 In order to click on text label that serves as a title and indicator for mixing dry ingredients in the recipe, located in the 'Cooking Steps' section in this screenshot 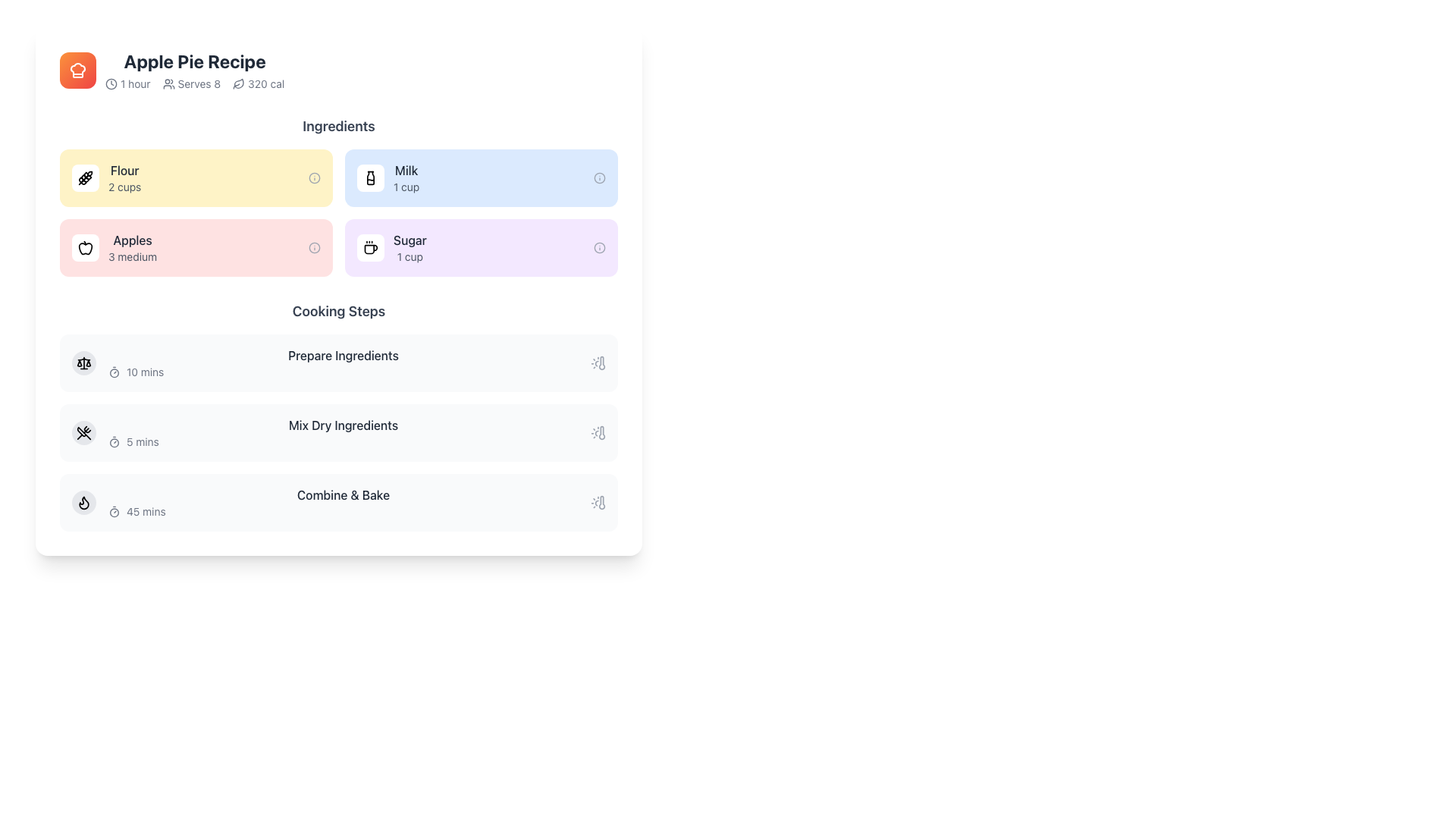, I will do `click(342, 425)`.